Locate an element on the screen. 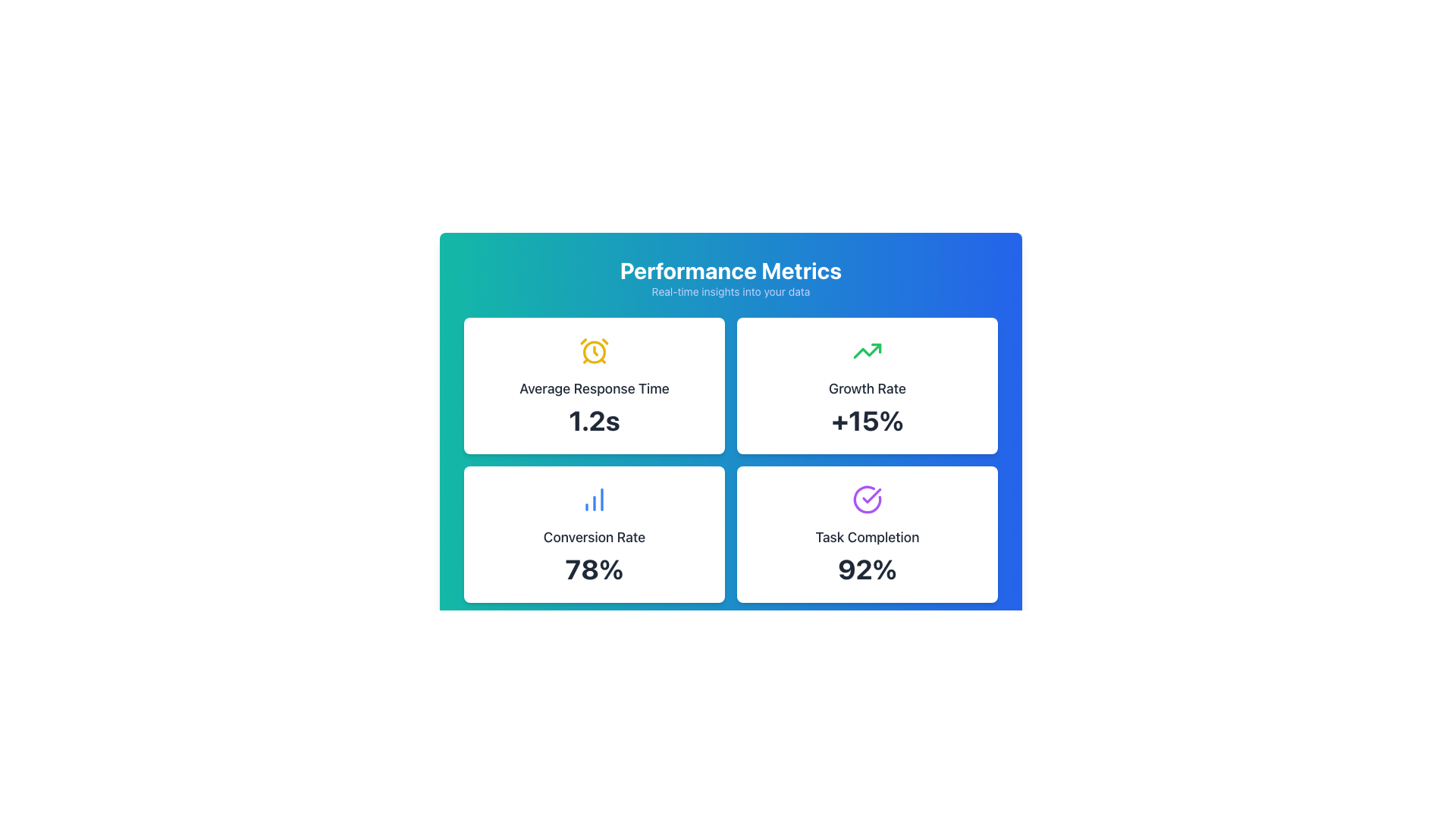 The image size is (1456, 819). the Text Label indicating the completion rate of a task, located above the '92%' text and below a check icon in the bottom-right card of a 2x2 grid is located at coordinates (867, 537).